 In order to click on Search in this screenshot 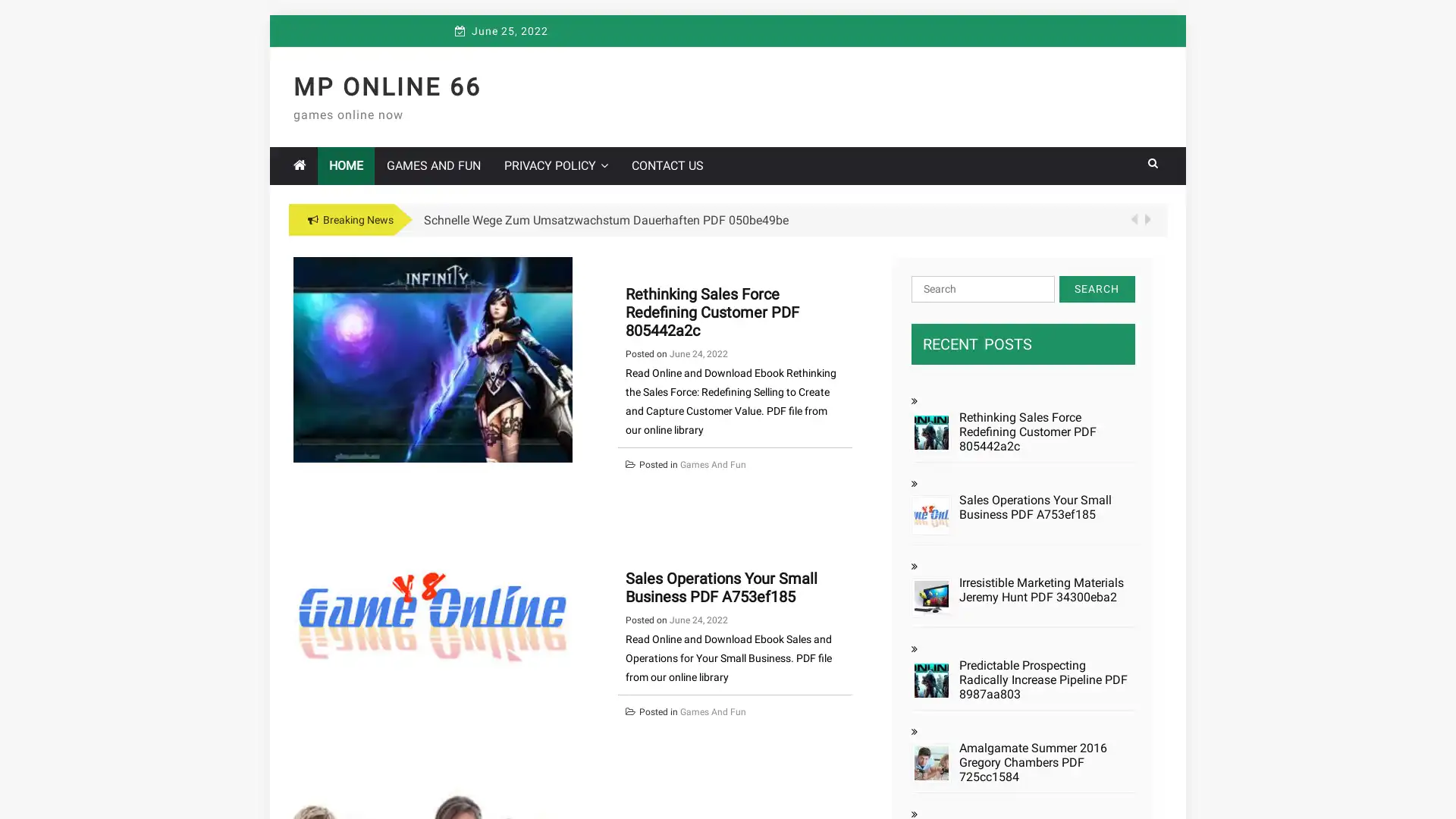, I will do `click(1096, 288)`.